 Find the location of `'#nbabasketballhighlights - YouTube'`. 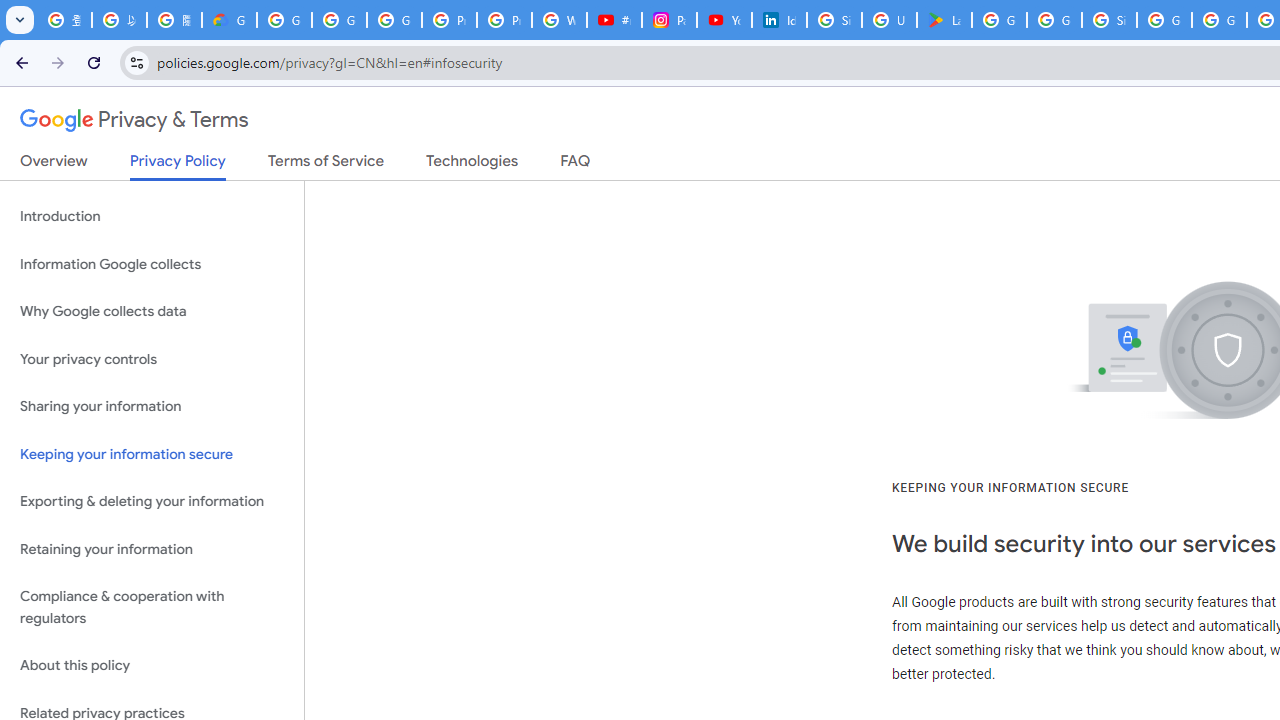

'#nbabasketballhighlights - YouTube' is located at coordinates (614, 20).